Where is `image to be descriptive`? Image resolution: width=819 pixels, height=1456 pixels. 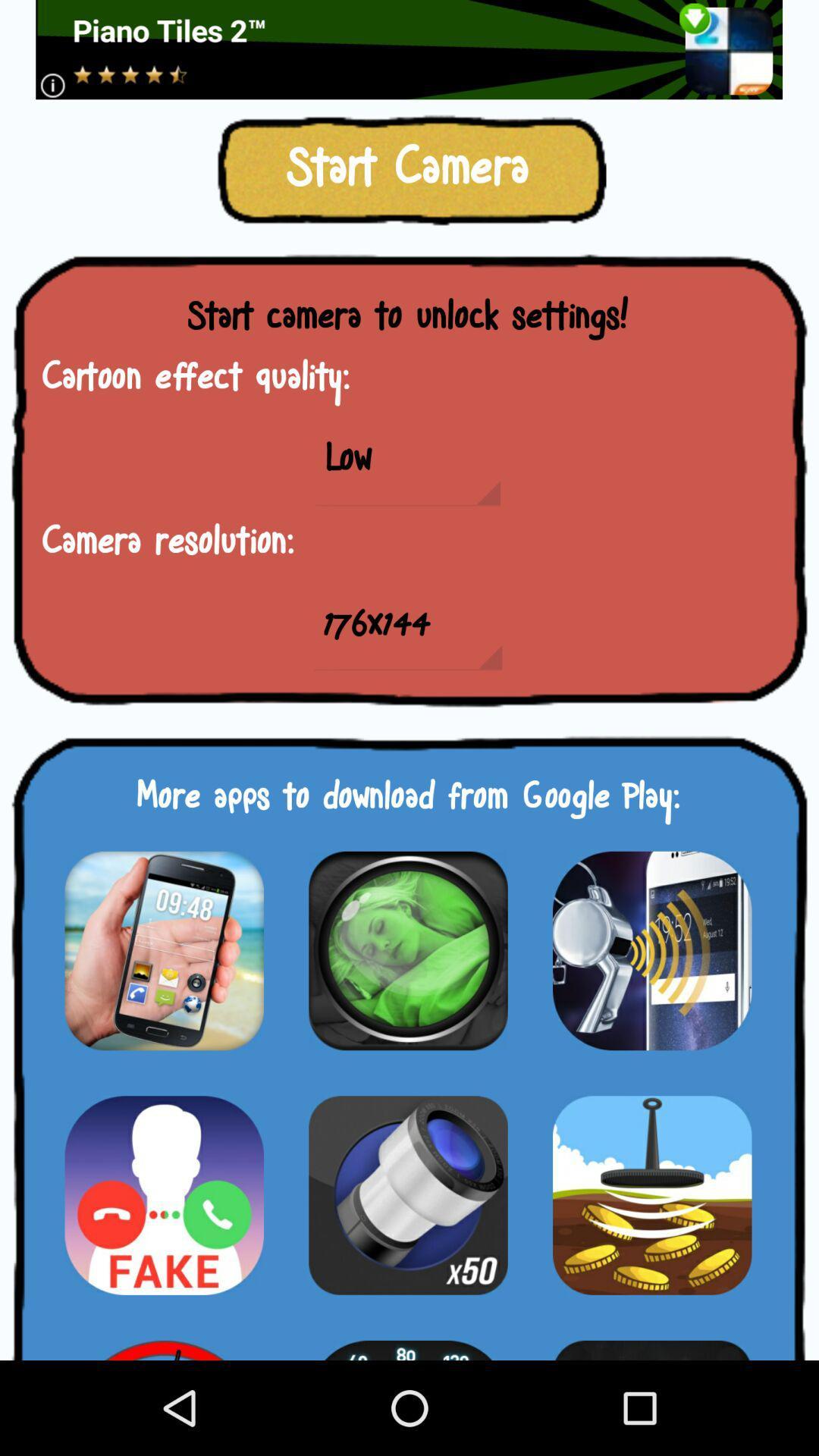
image to be descriptive is located at coordinates (651, 949).